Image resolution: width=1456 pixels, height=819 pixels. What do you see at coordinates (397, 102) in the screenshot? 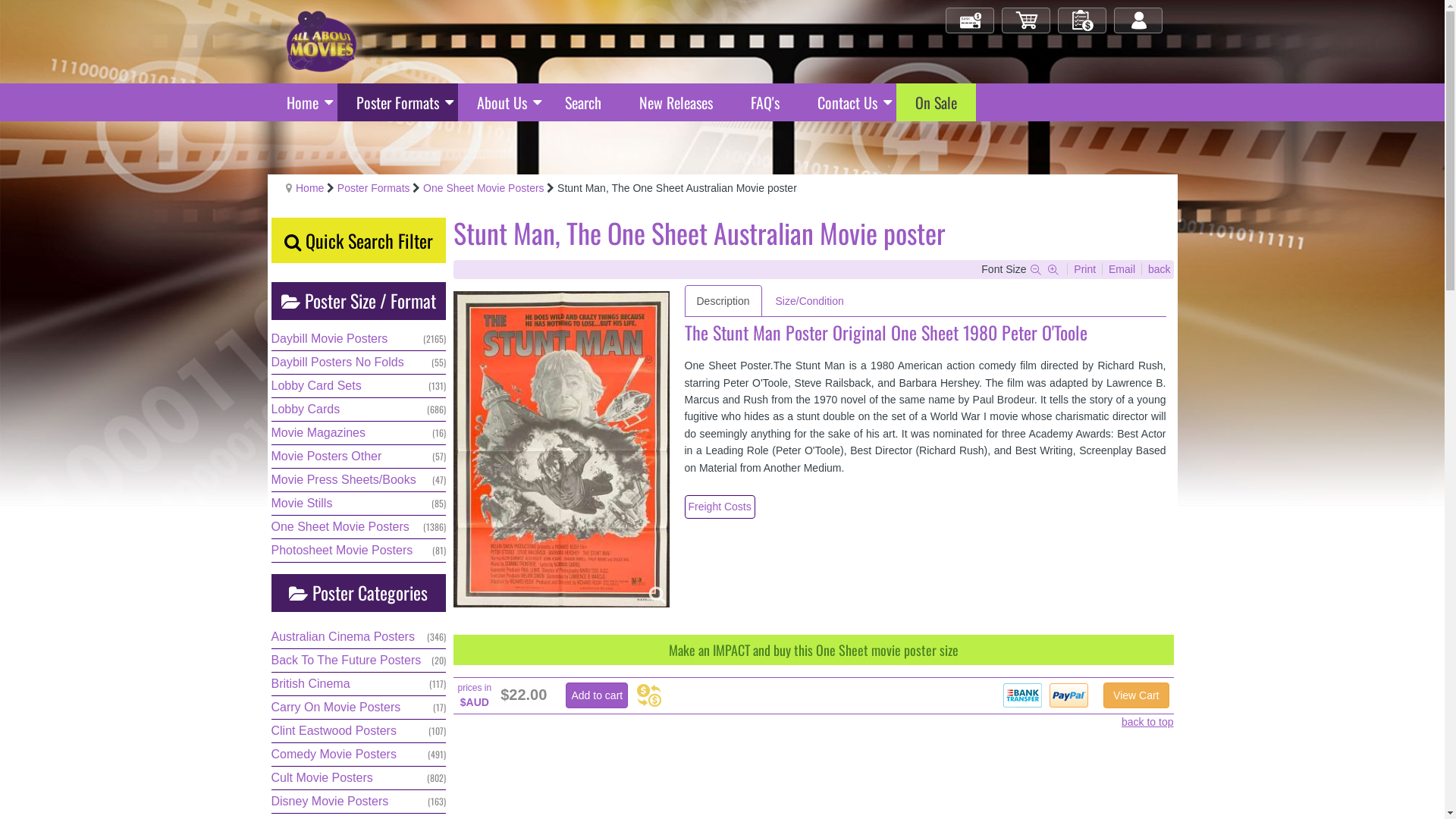
I see `'Poster Formats'` at bounding box center [397, 102].